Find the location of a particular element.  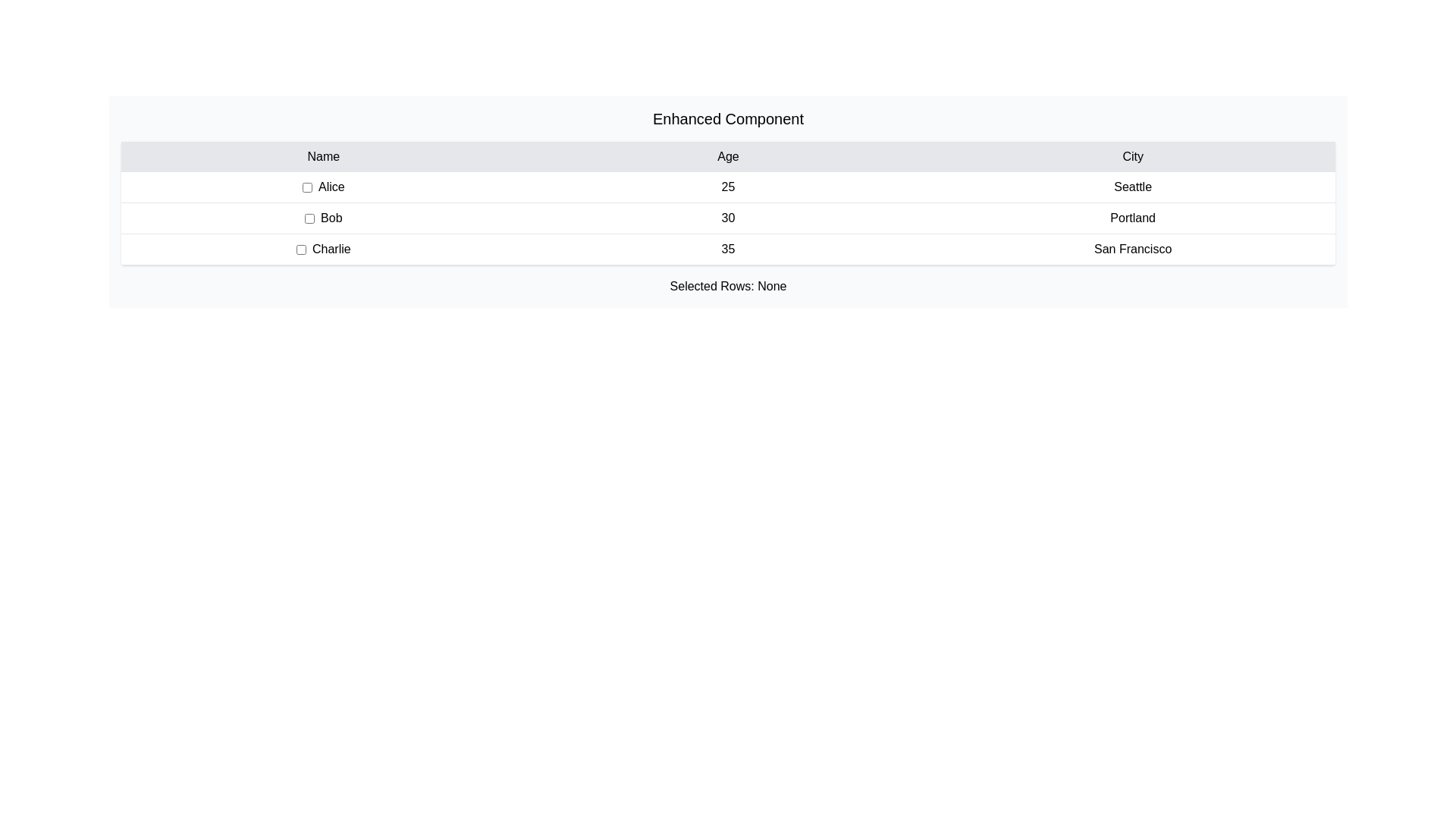

the checkbox located to the left of the text 'Bob' is located at coordinates (322, 218).